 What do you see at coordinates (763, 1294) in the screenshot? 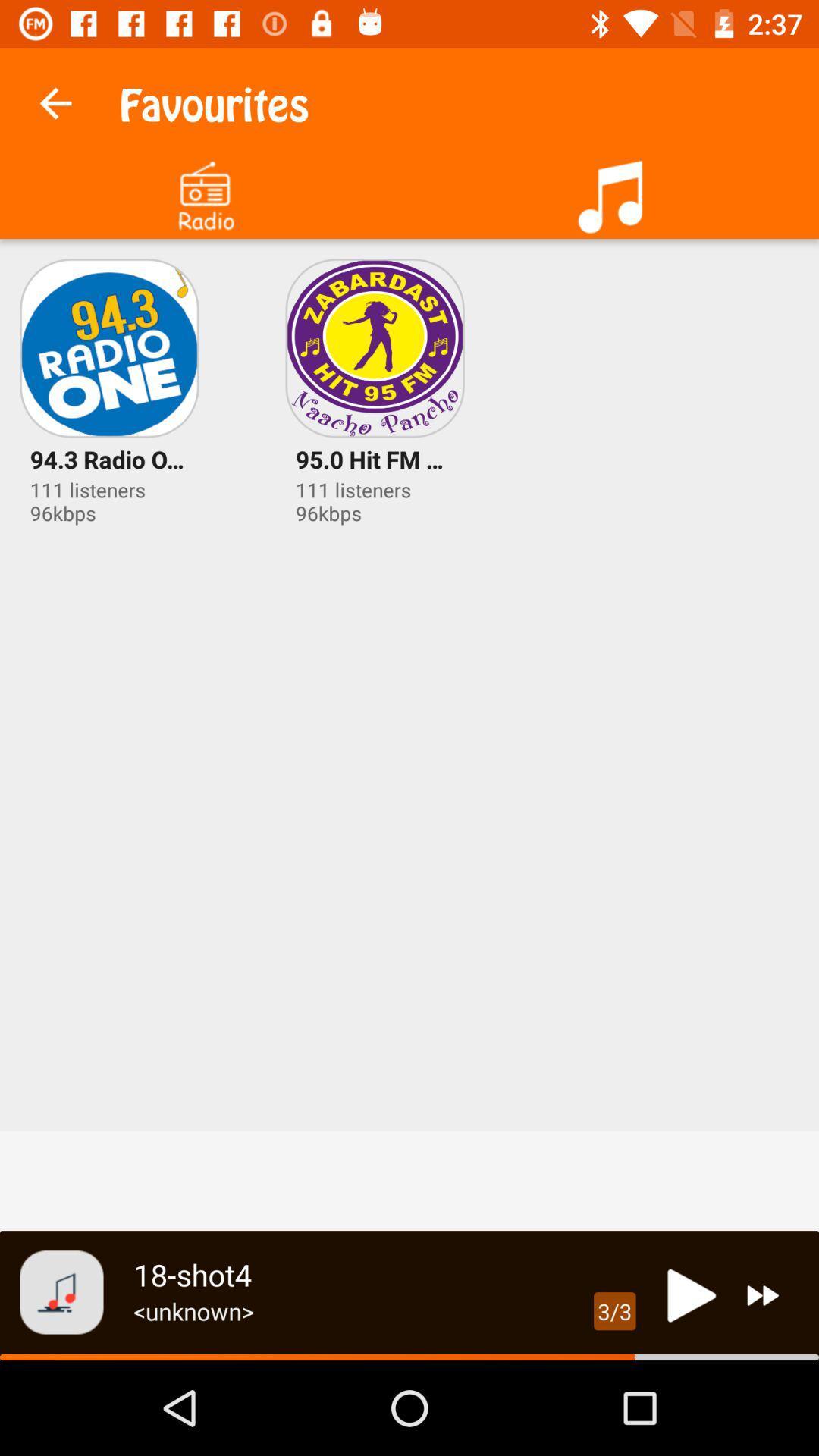
I see `fast forward` at bounding box center [763, 1294].